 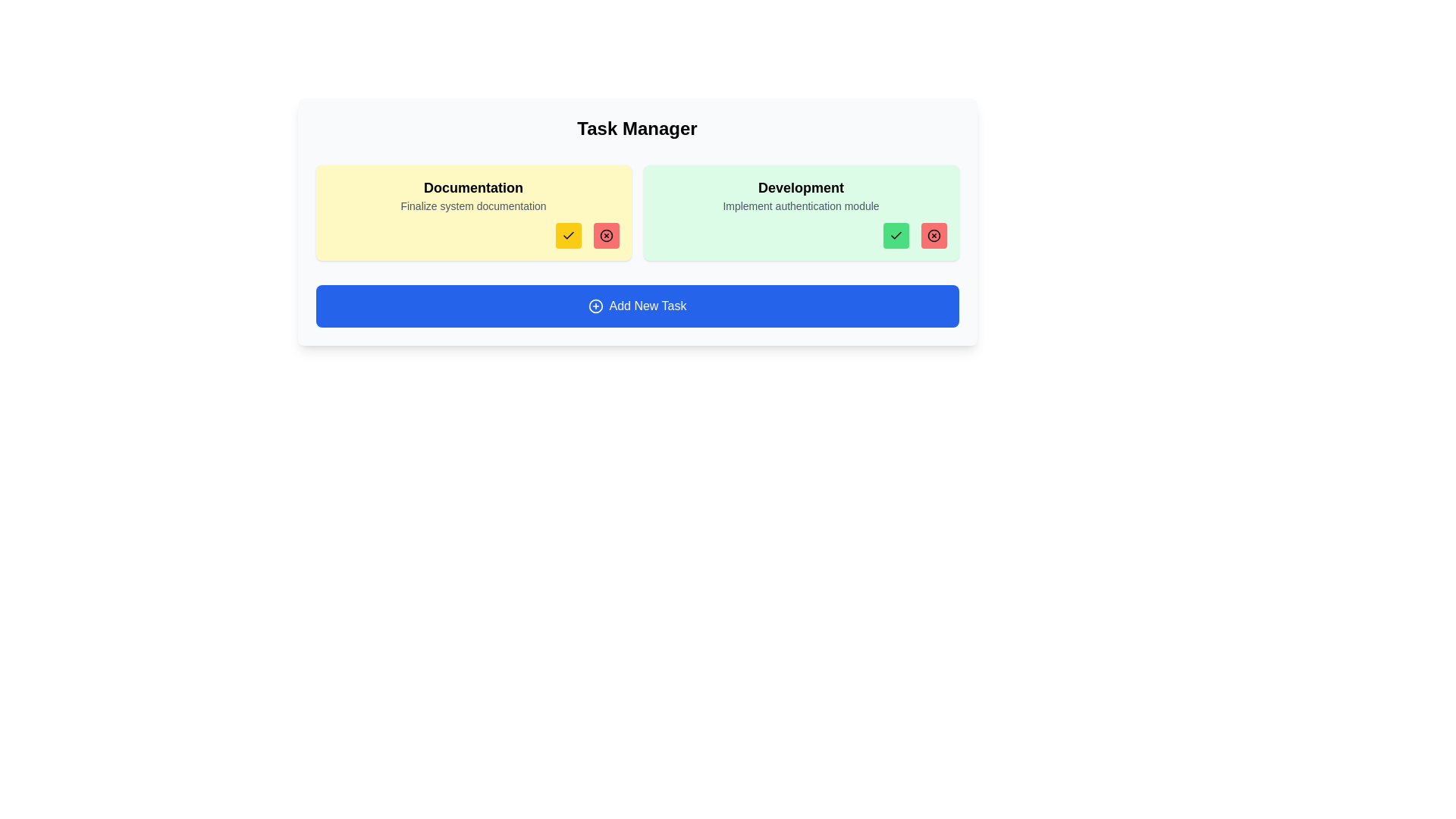 I want to click on the informational text 'Finalize system documentation' which is located below the 'Documentation' header in a card-like layout with a yellow background, so click(x=472, y=206).